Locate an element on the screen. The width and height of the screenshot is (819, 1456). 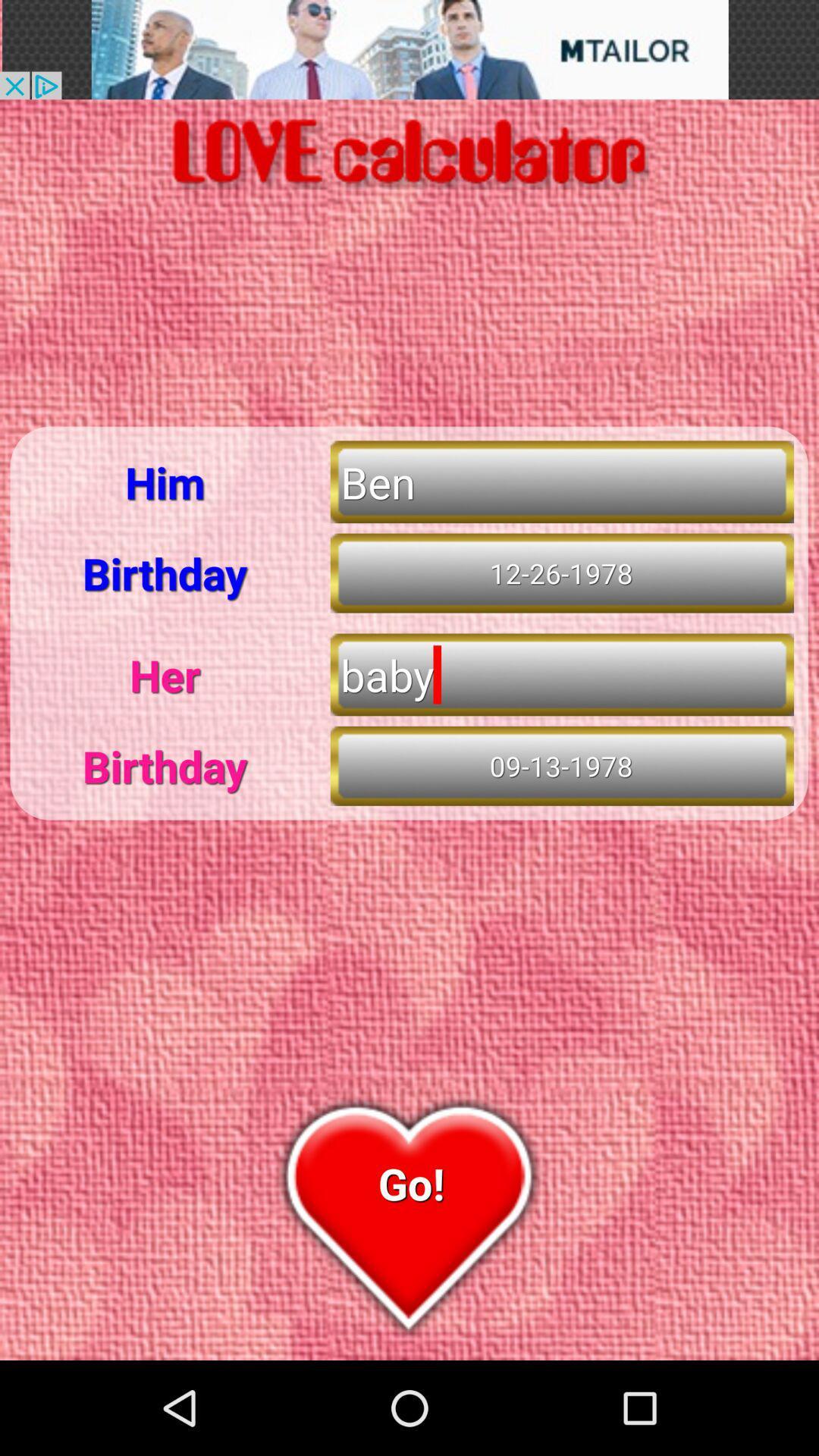
advertiser banner is located at coordinates (409, 49).